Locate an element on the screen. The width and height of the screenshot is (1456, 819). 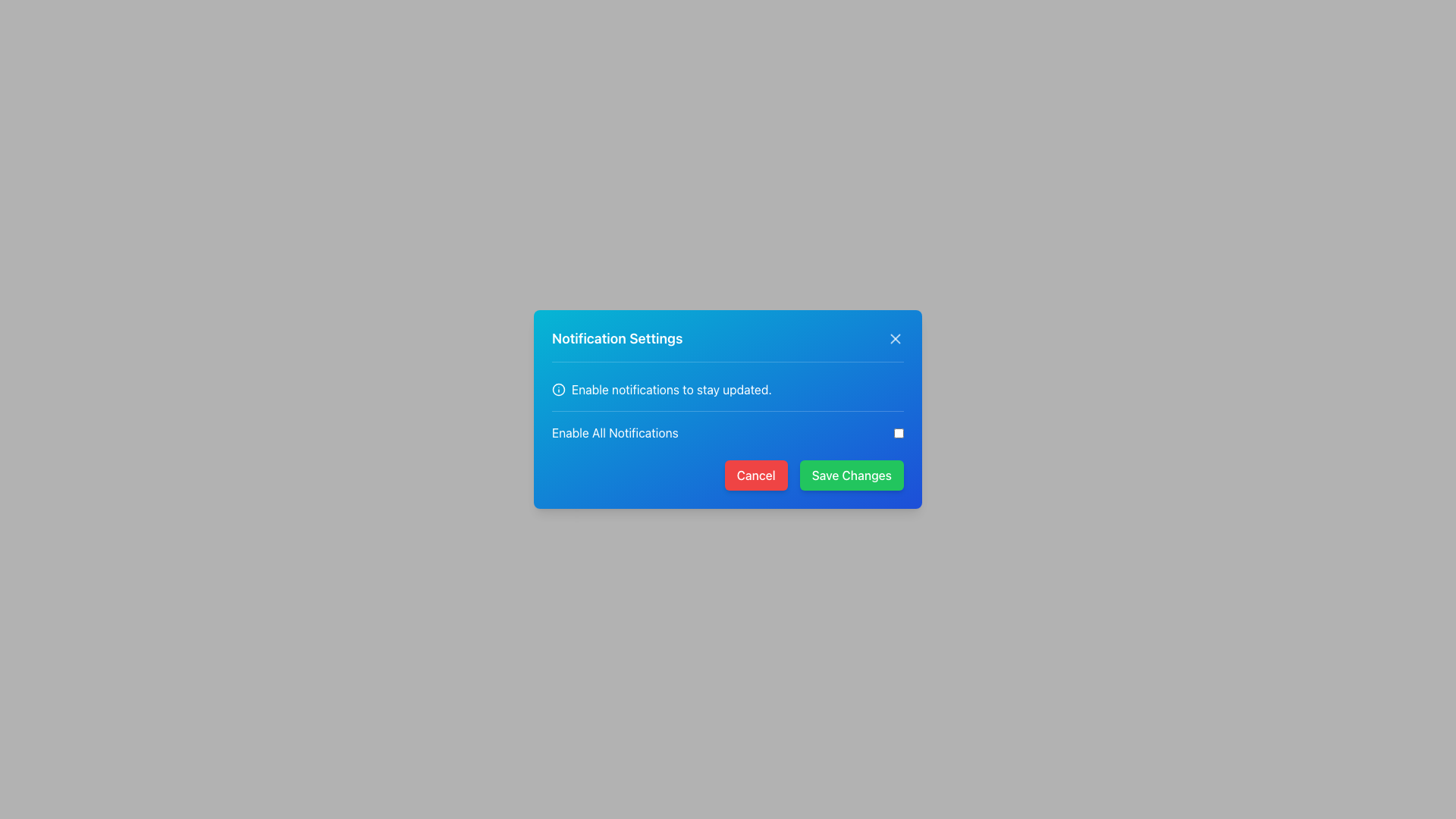
the information icon located immediately to the left of the text 'Enable notifications to stay updated.' in the notification settings dialog at the top center of the interface is located at coordinates (558, 388).